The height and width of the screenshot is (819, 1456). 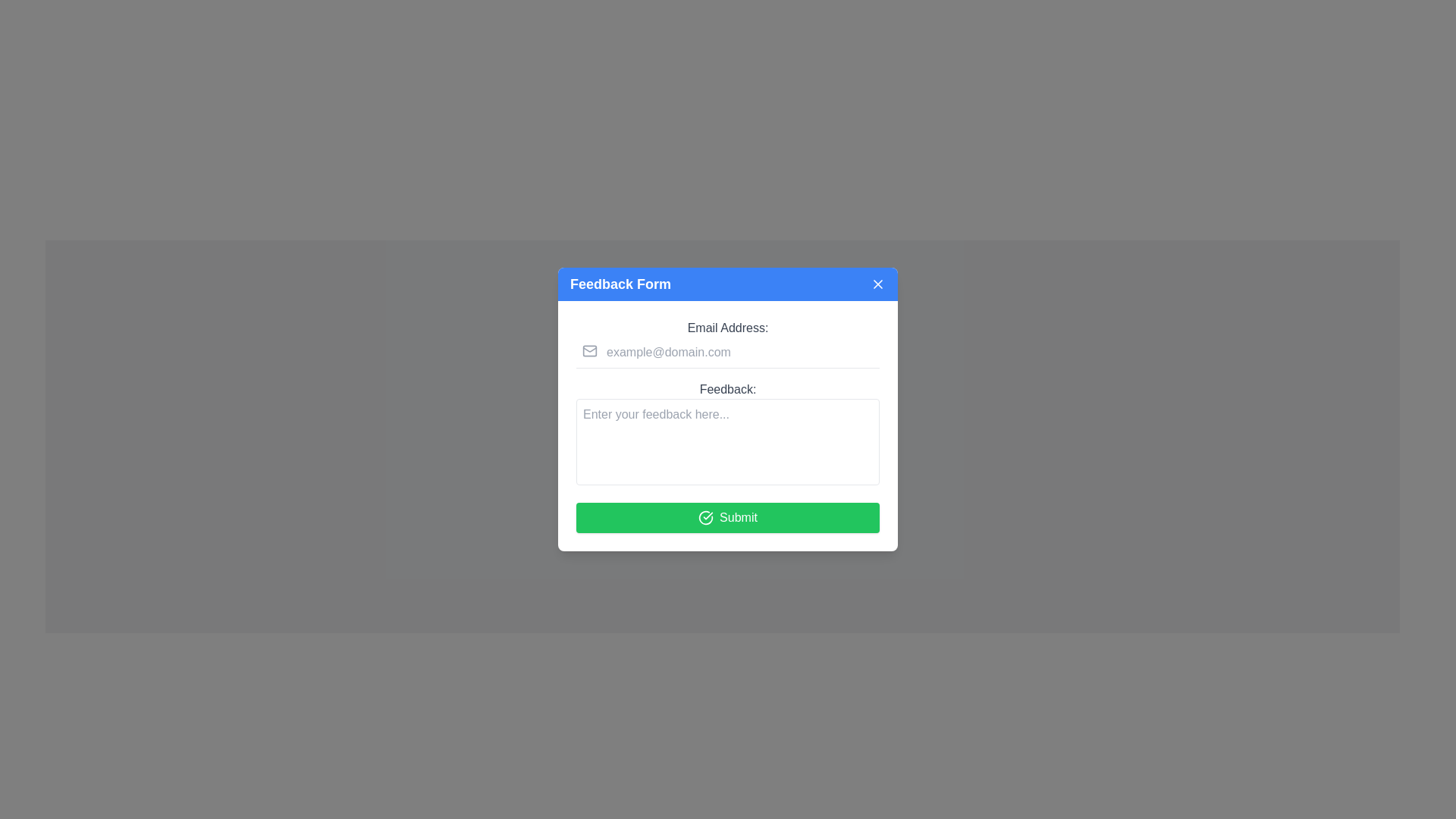 I want to click on the 'Feedback Form' text label, which is prominently displayed in white over a blue rectangle at the top-left of the header bar, so click(x=620, y=284).